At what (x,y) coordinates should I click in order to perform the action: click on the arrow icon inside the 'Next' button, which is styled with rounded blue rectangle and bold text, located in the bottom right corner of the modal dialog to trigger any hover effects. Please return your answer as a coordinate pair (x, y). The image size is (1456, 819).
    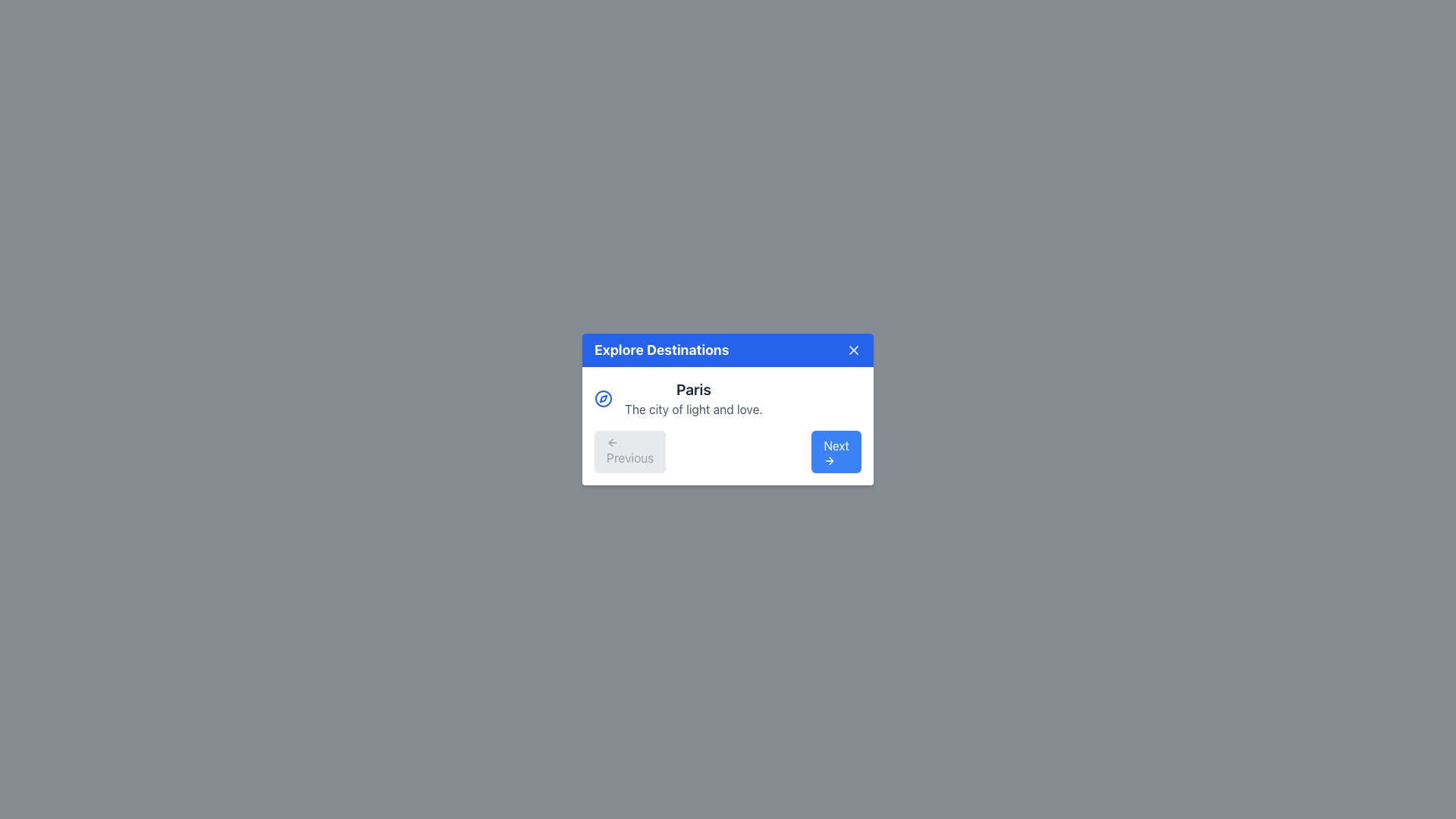
    Looking at the image, I should click on (830, 460).